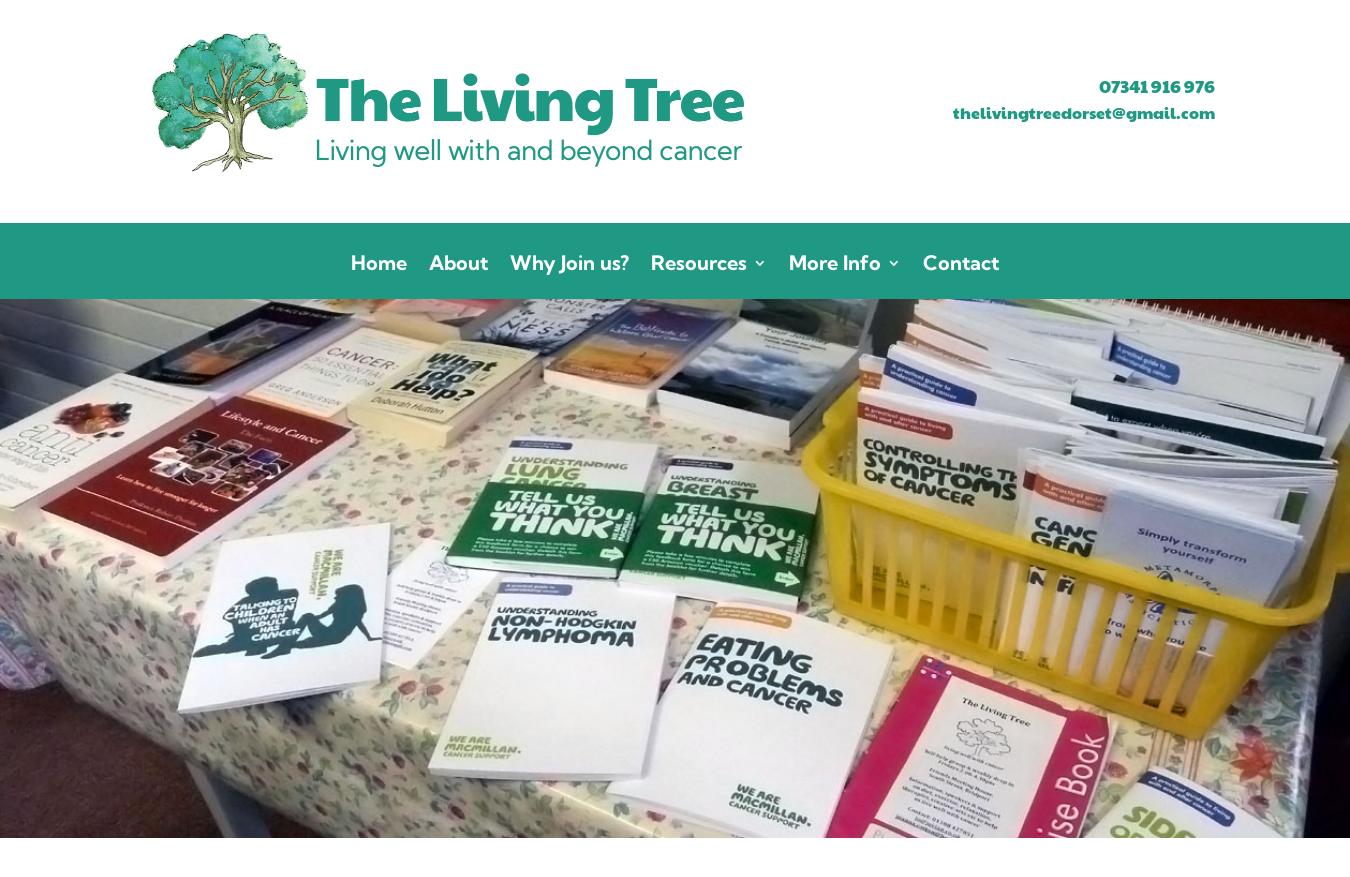 The image size is (1350, 877). I want to click on 'Why Join us?', so click(569, 261).